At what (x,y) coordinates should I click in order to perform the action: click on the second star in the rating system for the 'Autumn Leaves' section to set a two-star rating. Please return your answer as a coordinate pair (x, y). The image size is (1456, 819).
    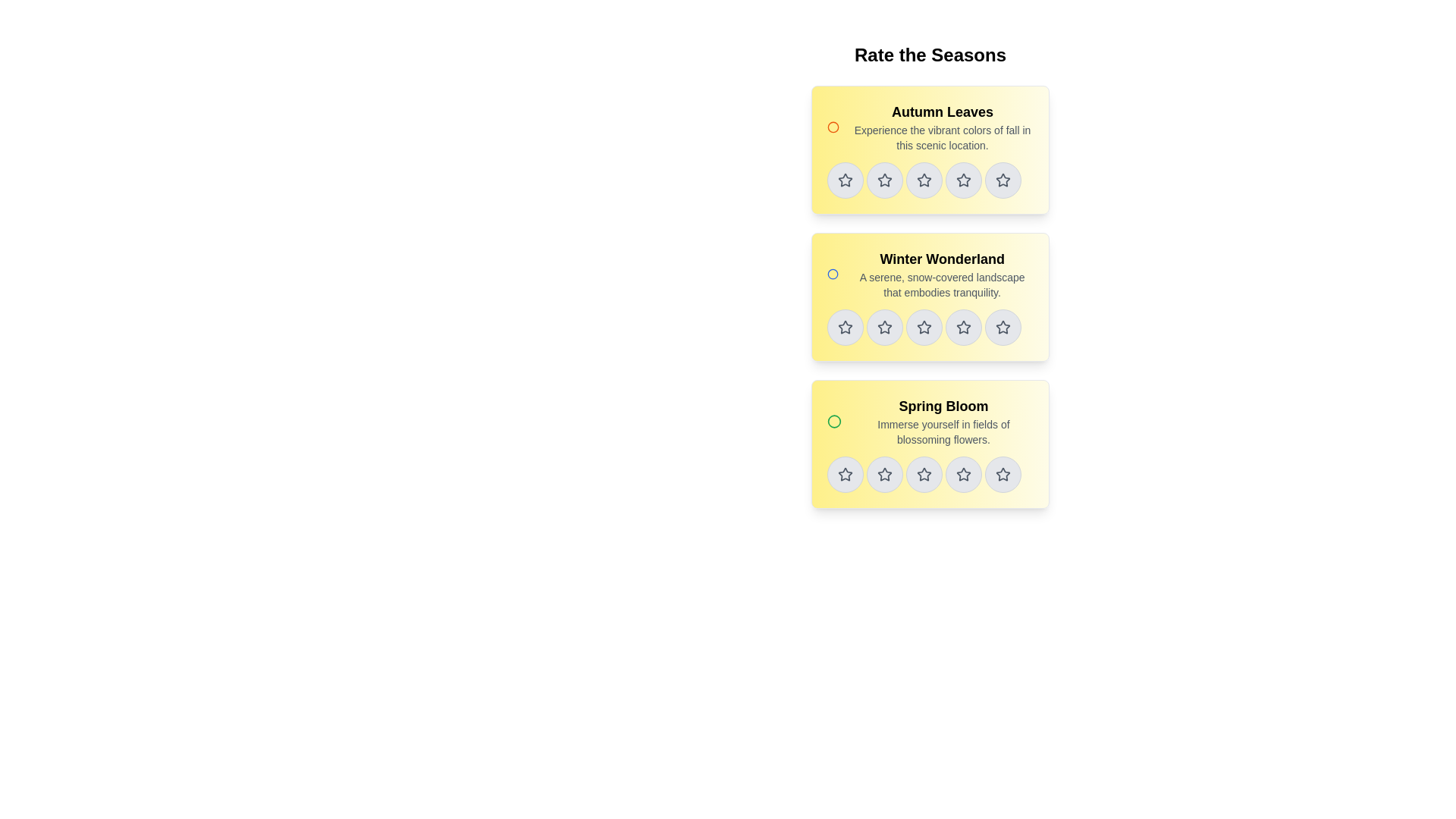
    Looking at the image, I should click on (884, 180).